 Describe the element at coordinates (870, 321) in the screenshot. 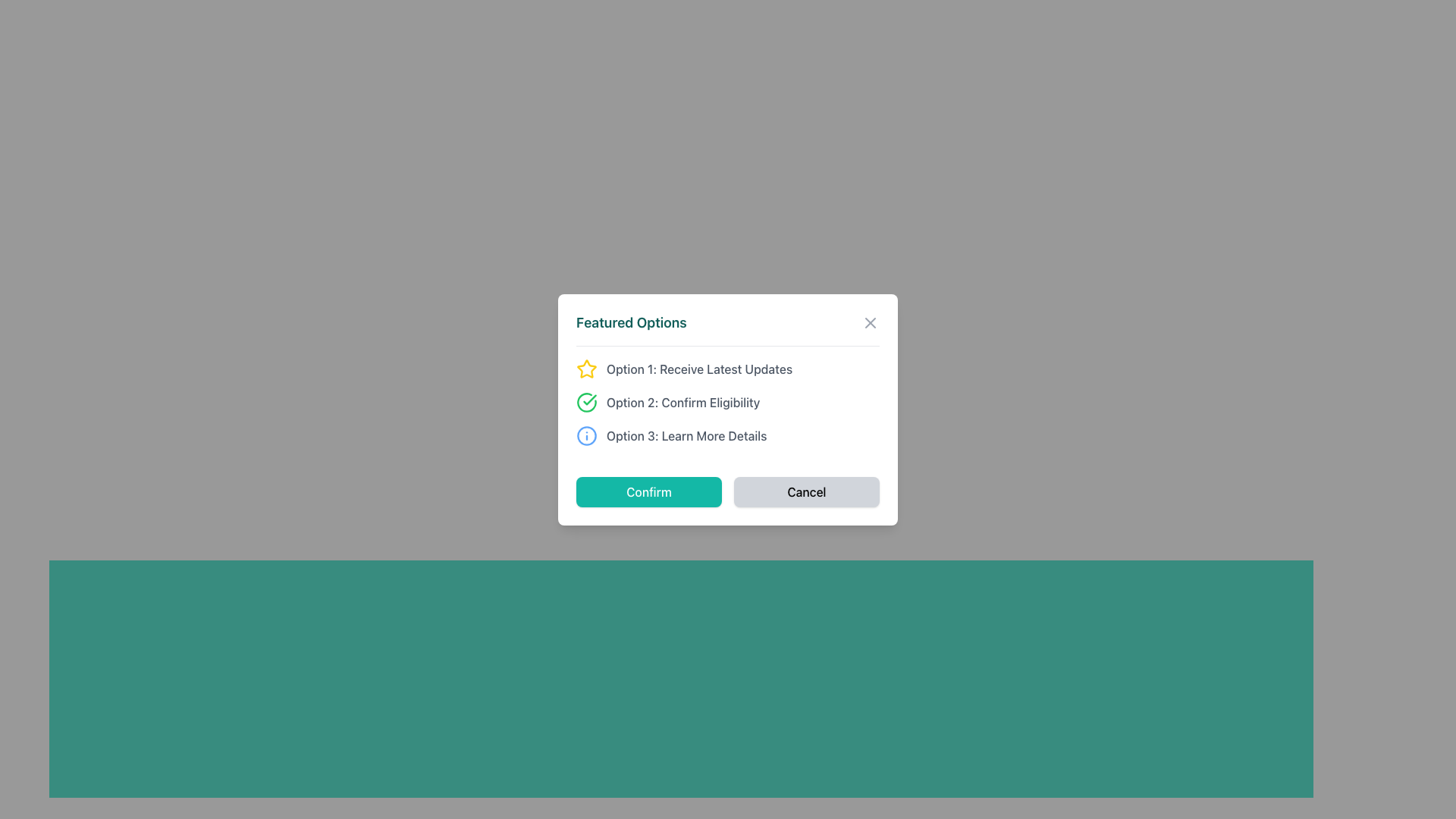

I see `the 'X' icon button located at the top-right corner of the 'Featured Options' modal box` at that location.